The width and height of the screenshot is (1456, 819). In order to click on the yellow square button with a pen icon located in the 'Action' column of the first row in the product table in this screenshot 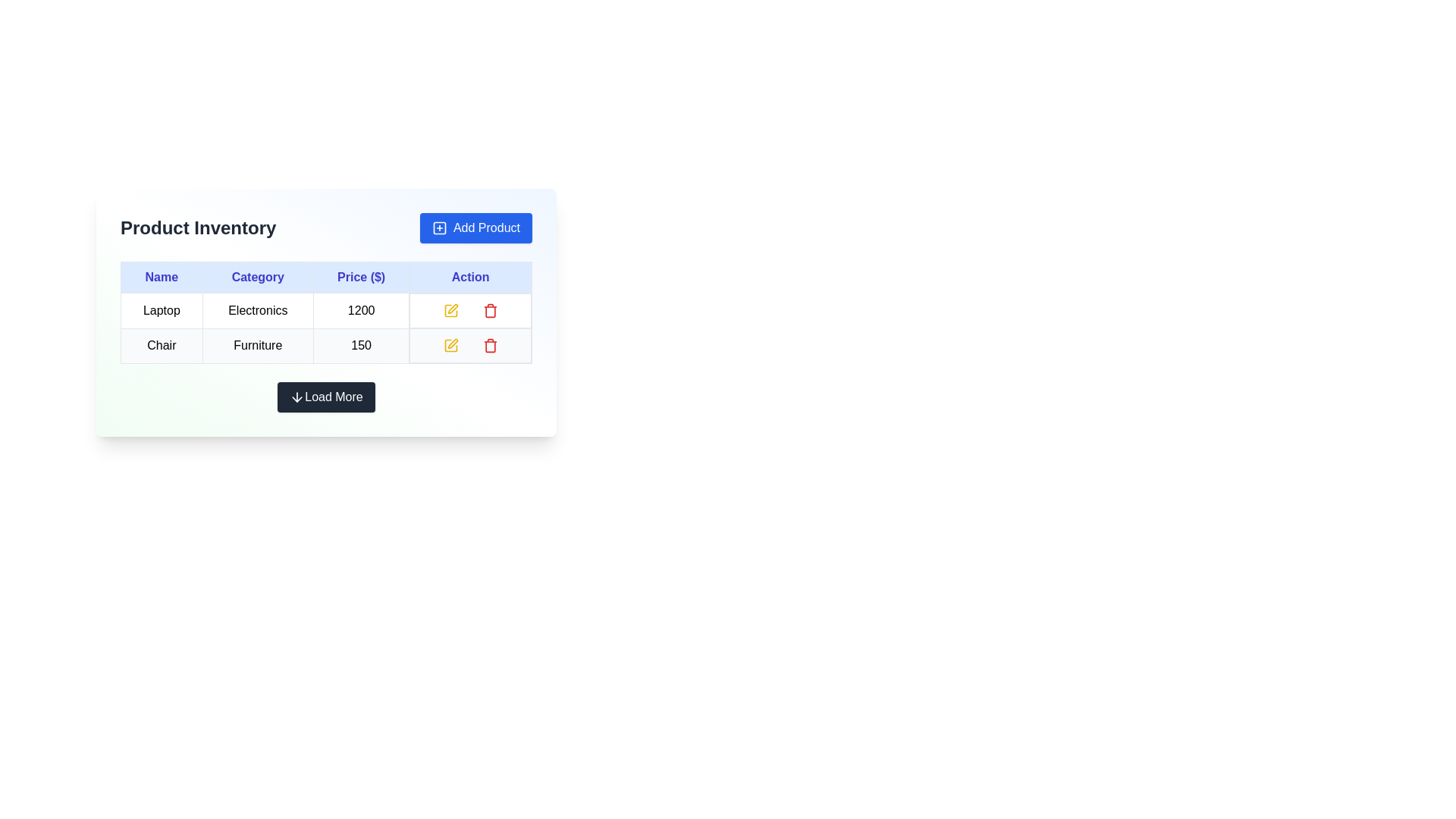, I will do `click(450, 309)`.